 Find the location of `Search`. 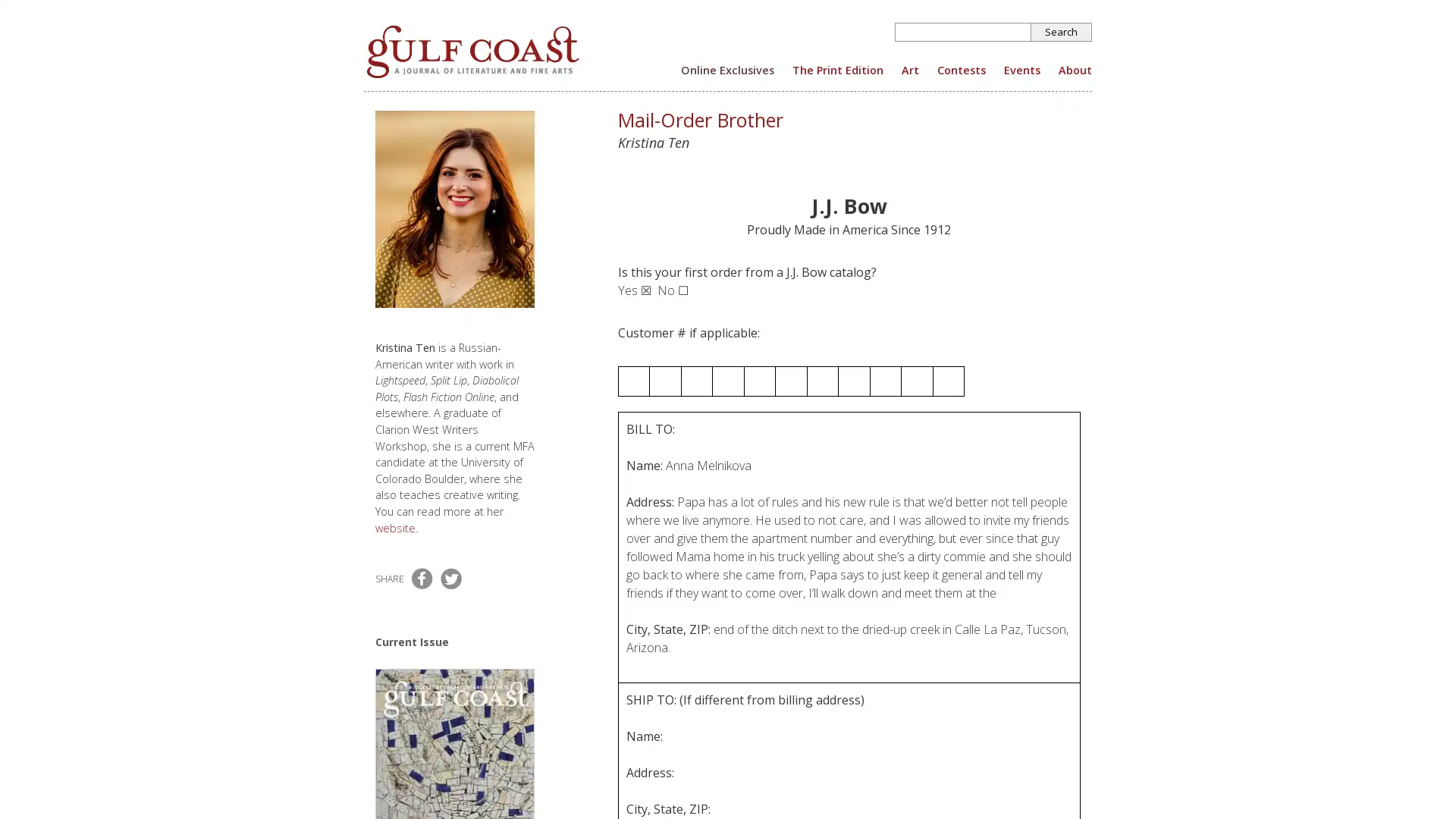

Search is located at coordinates (1061, 32).